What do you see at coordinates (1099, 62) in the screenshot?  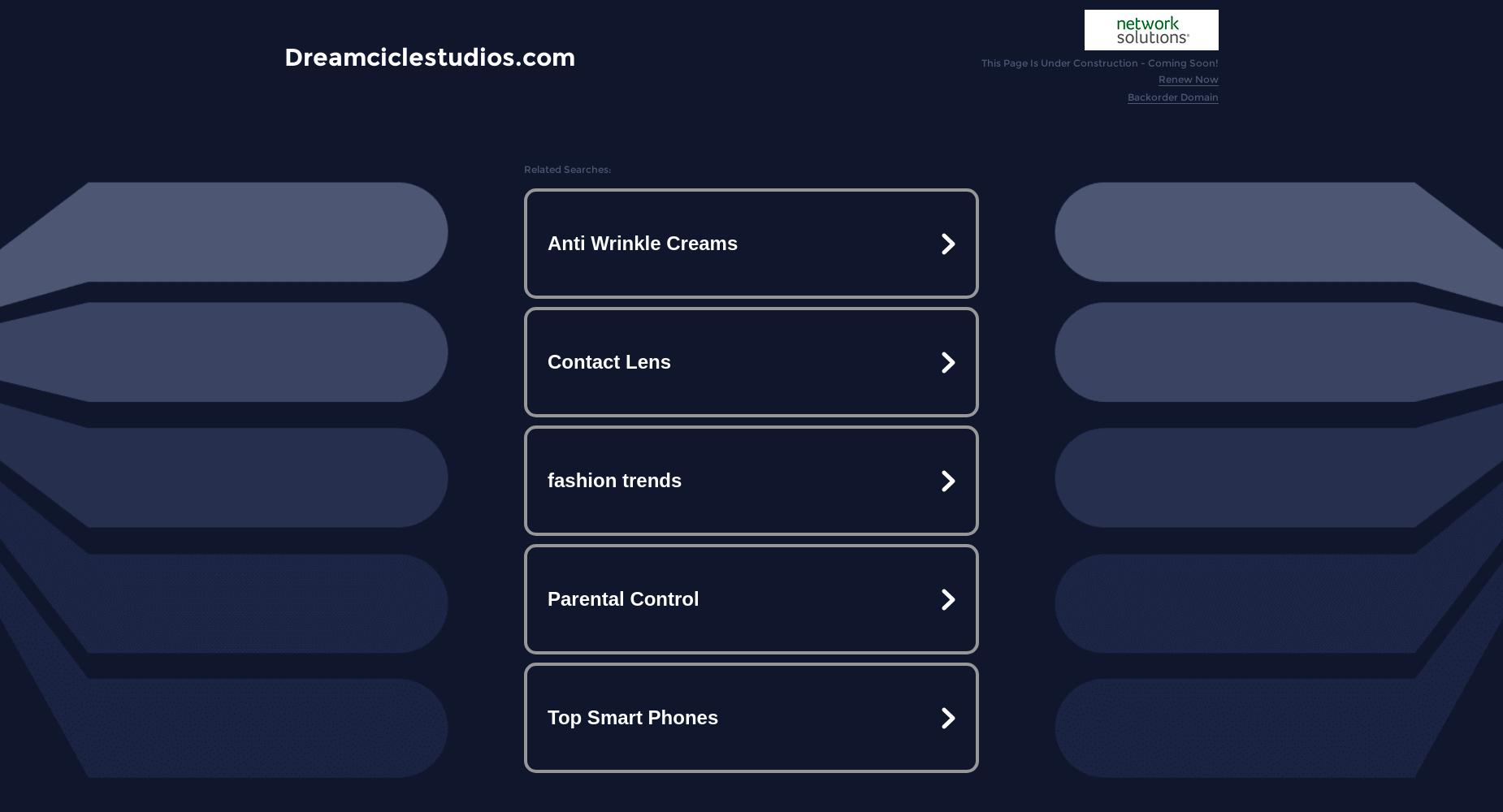 I see `'This Page Is Under Construction - Coming Soon!'` at bounding box center [1099, 62].